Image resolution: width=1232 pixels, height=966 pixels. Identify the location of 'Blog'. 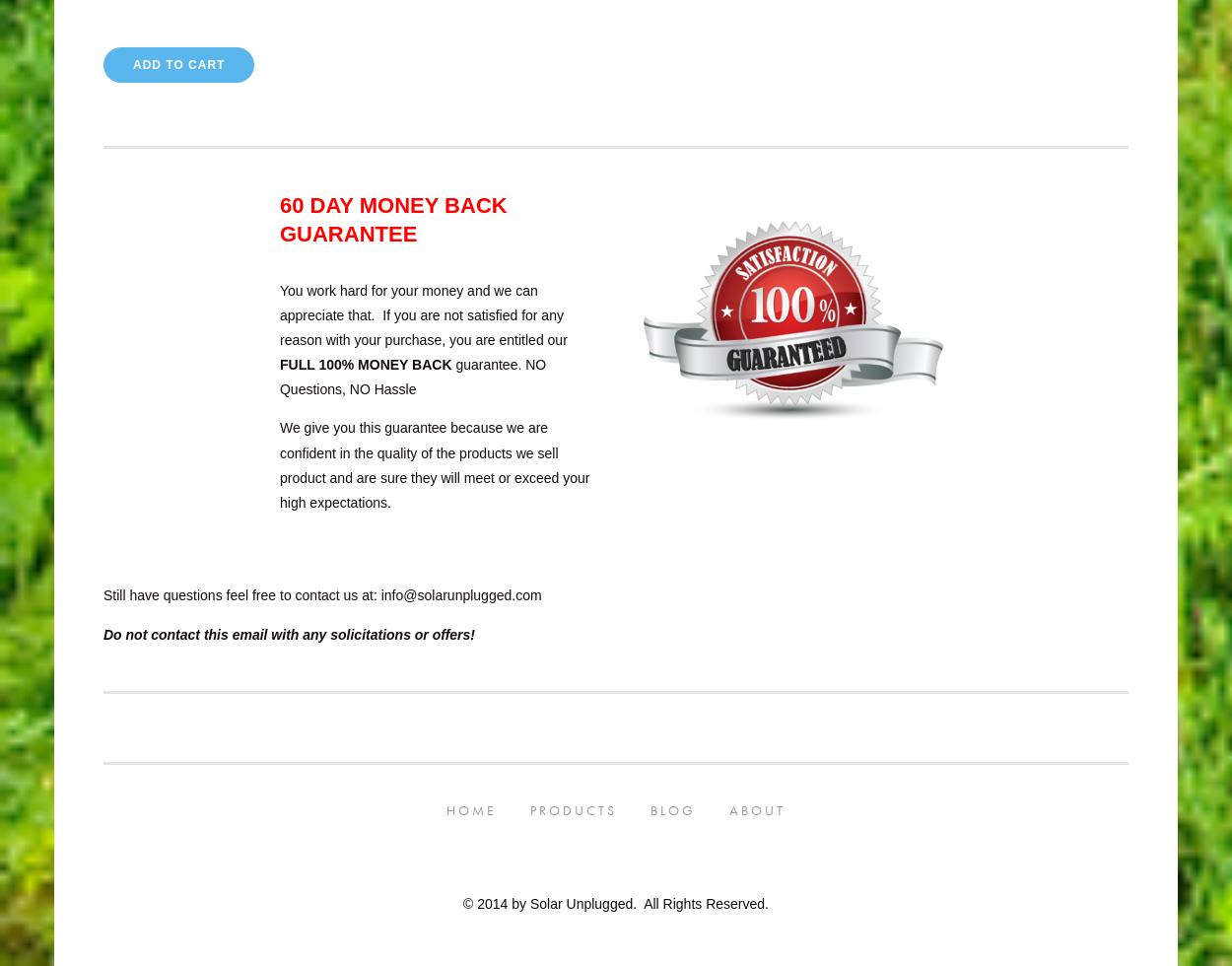
(672, 809).